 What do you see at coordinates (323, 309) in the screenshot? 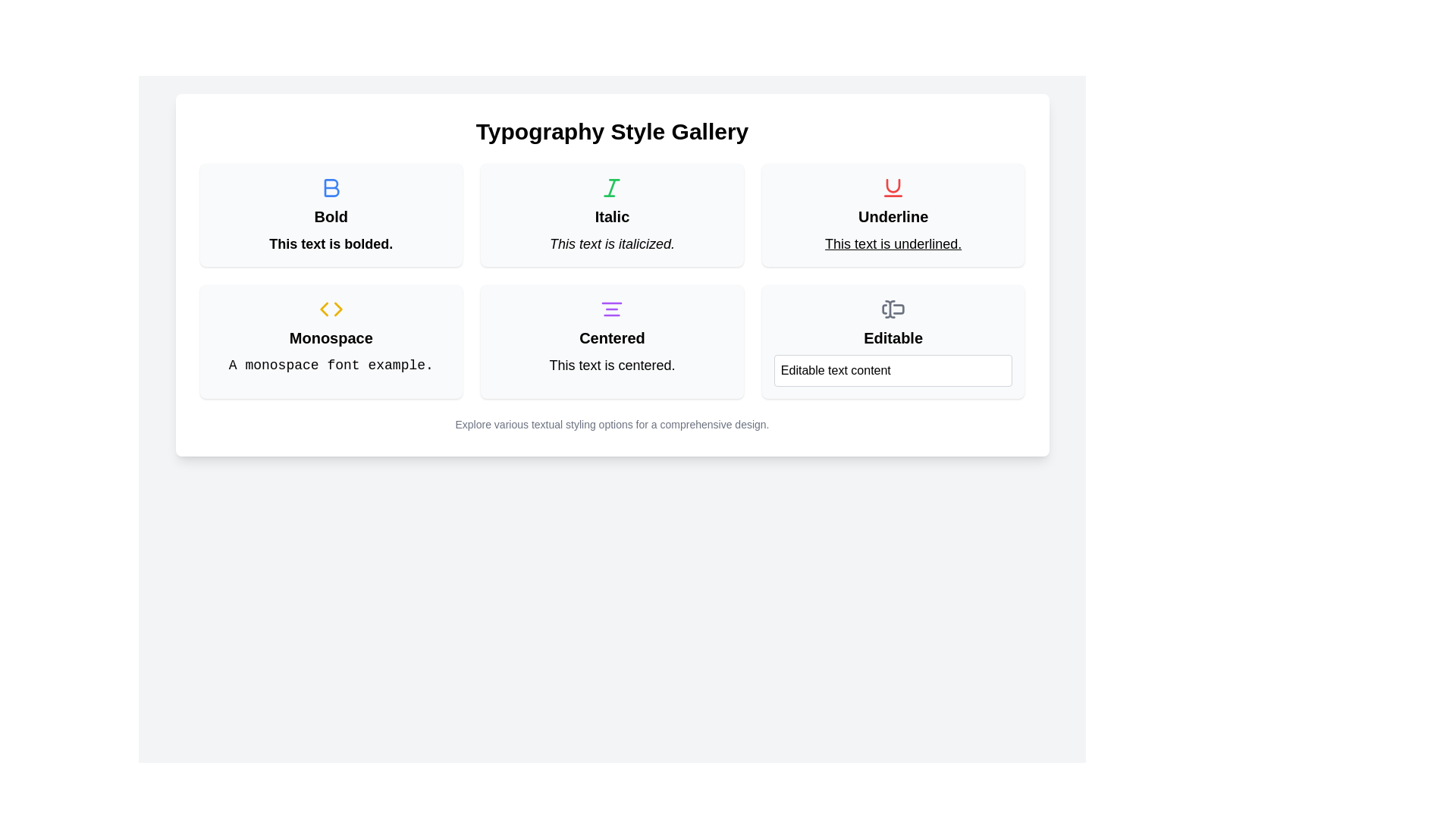
I see `the left triangle of the paired chevron icon located in the top-left corner of the 'Monospace' box` at bounding box center [323, 309].